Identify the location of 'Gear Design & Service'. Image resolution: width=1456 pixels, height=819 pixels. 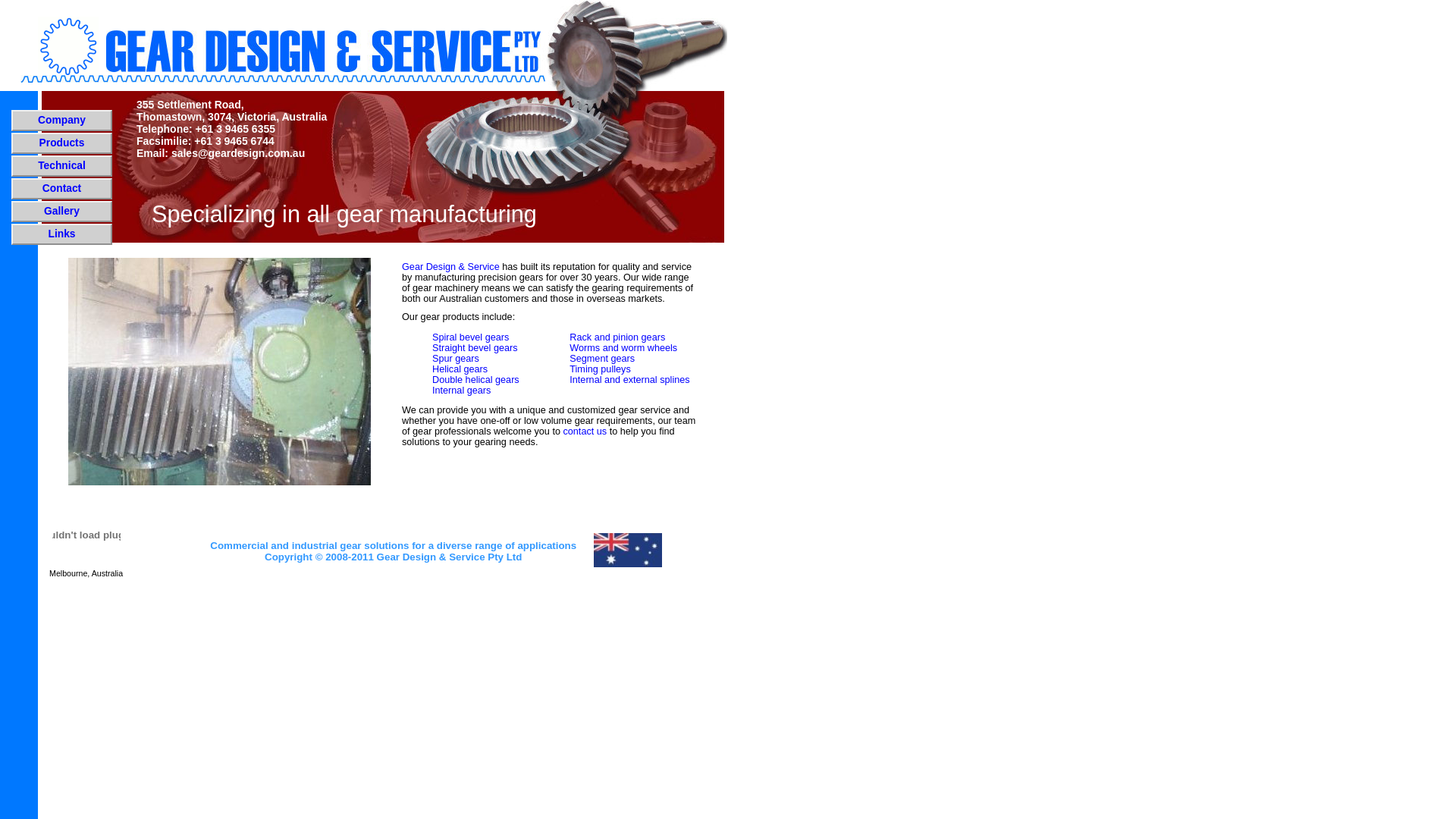
(450, 265).